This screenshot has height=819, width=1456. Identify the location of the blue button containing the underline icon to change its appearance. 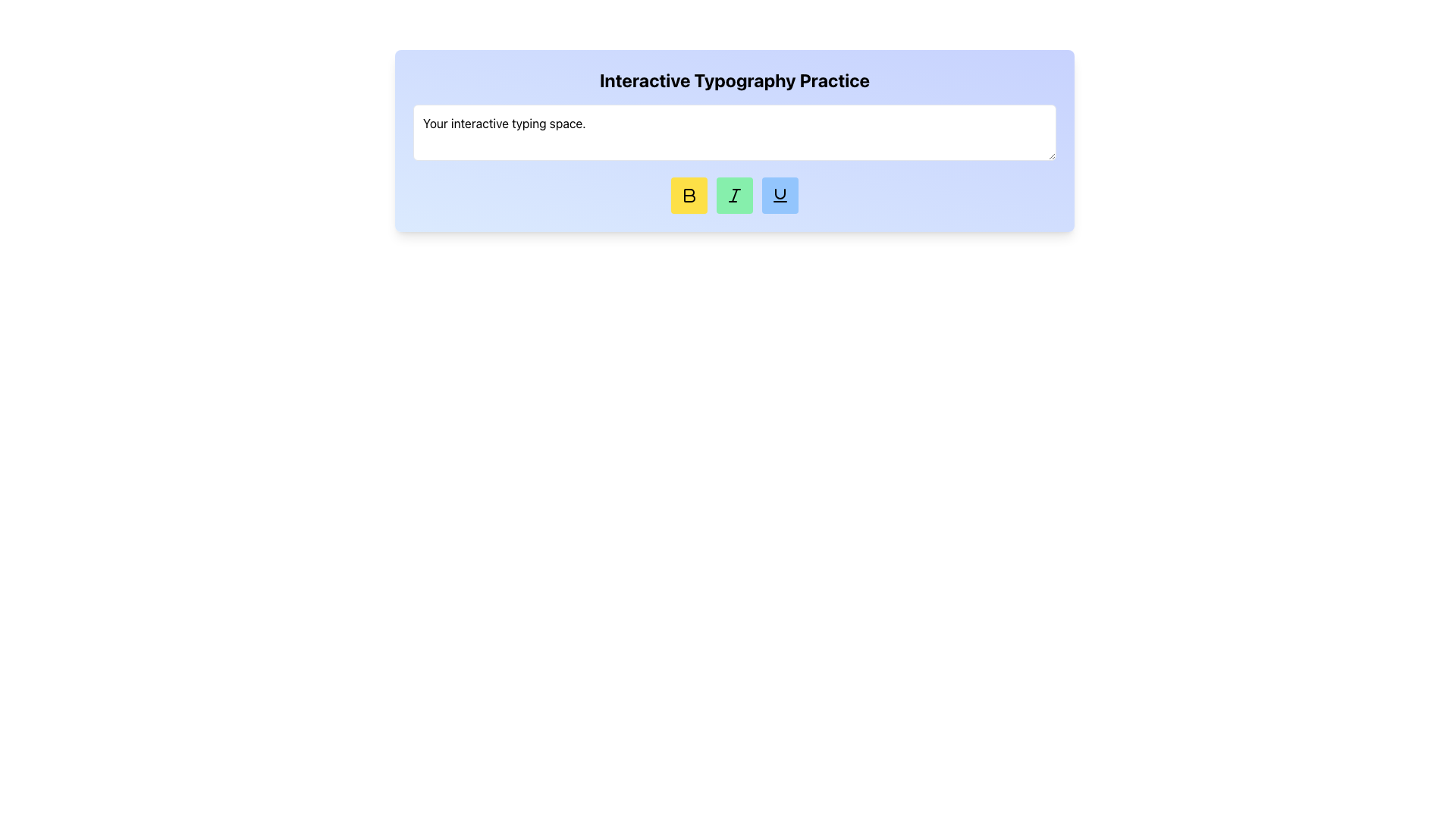
(780, 195).